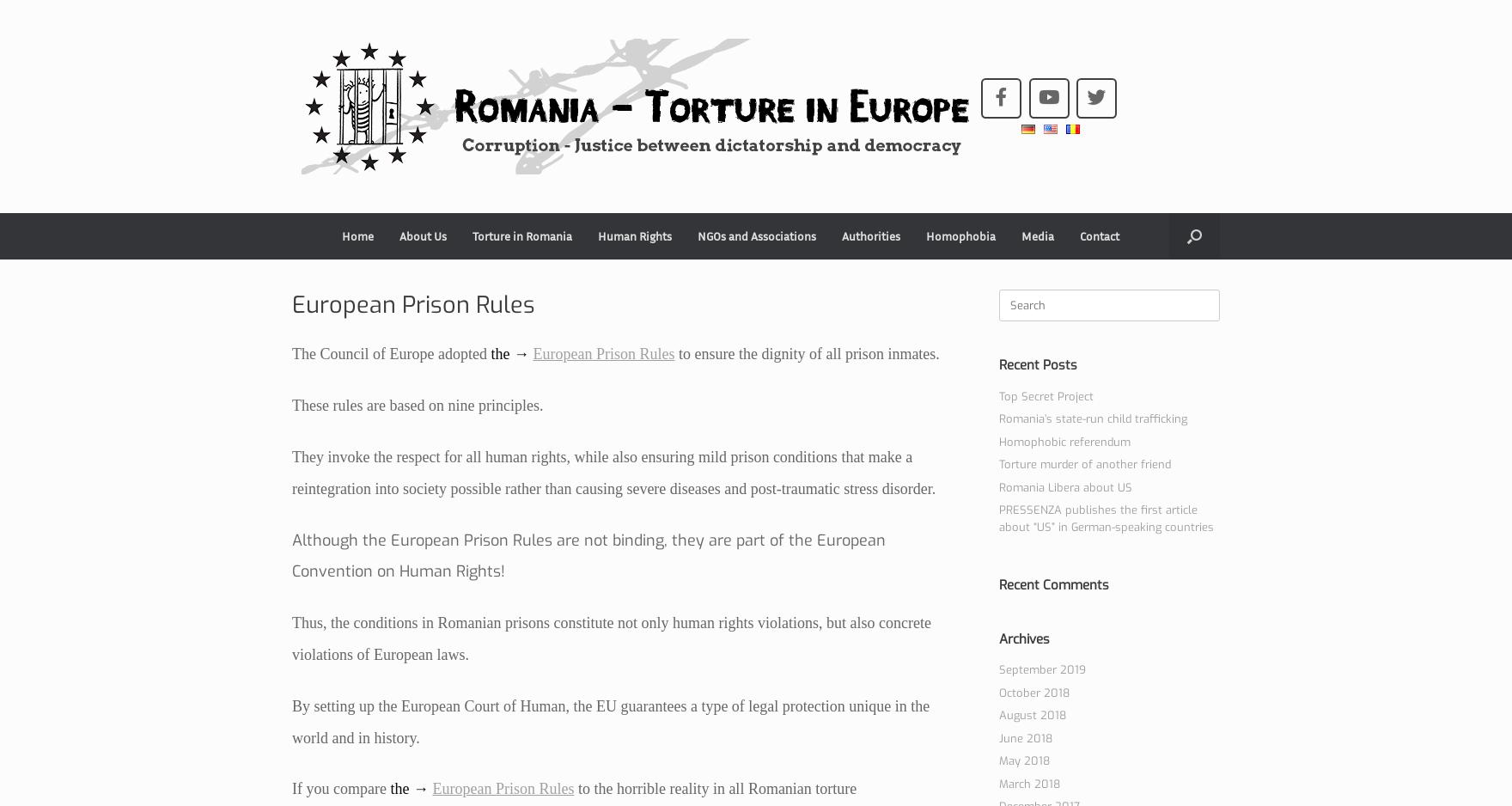 This screenshot has width=1512, height=806. Describe the element at coordinates (913, 277) in the screenshot. I see `'German Embassy Bucharest'` at that location.